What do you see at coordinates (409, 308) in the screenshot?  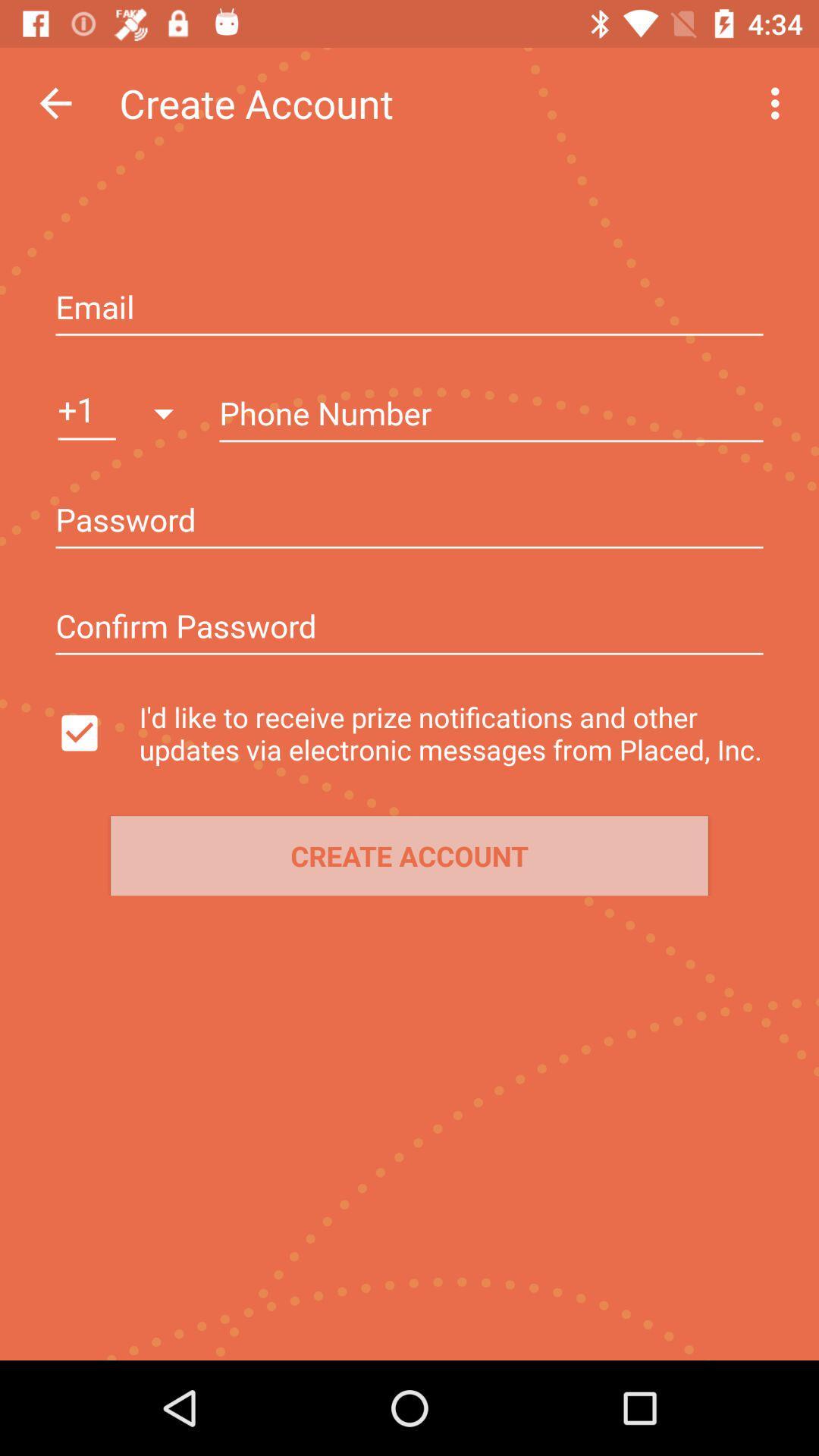 I see `insert email` at bounding box center [409, 308].